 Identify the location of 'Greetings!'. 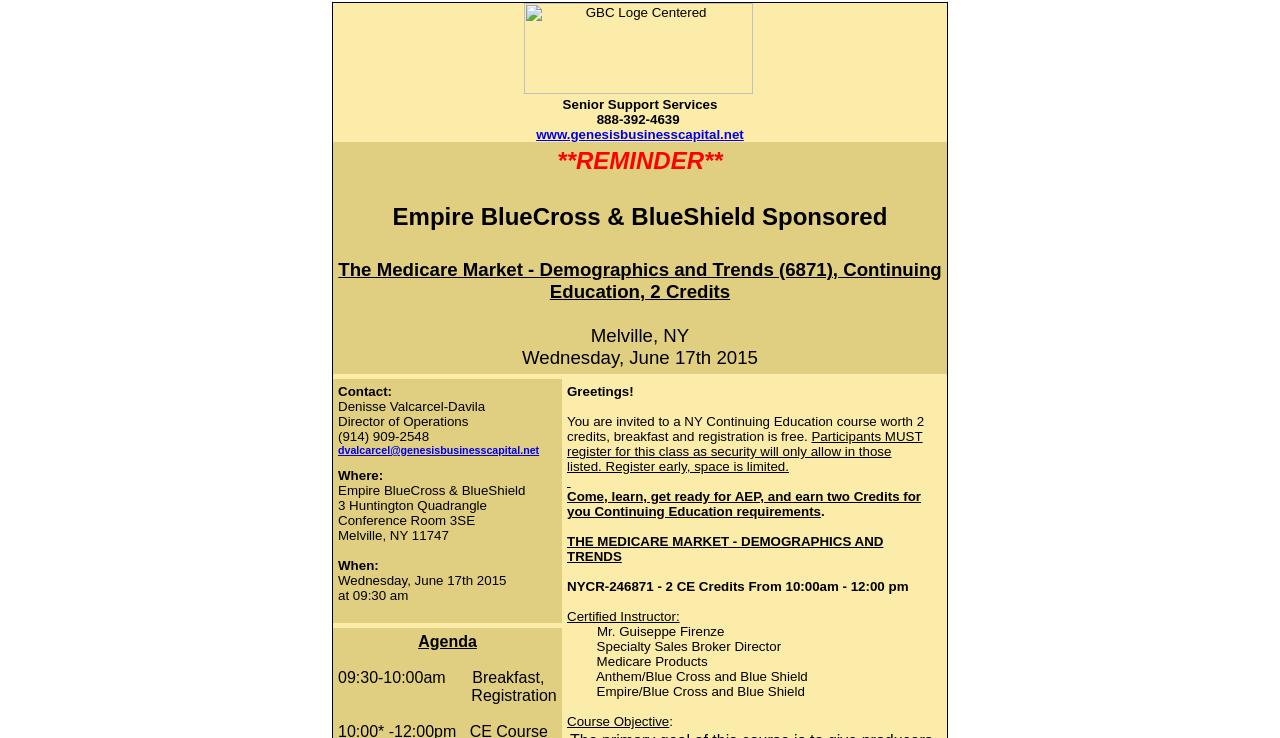
(599, 390).